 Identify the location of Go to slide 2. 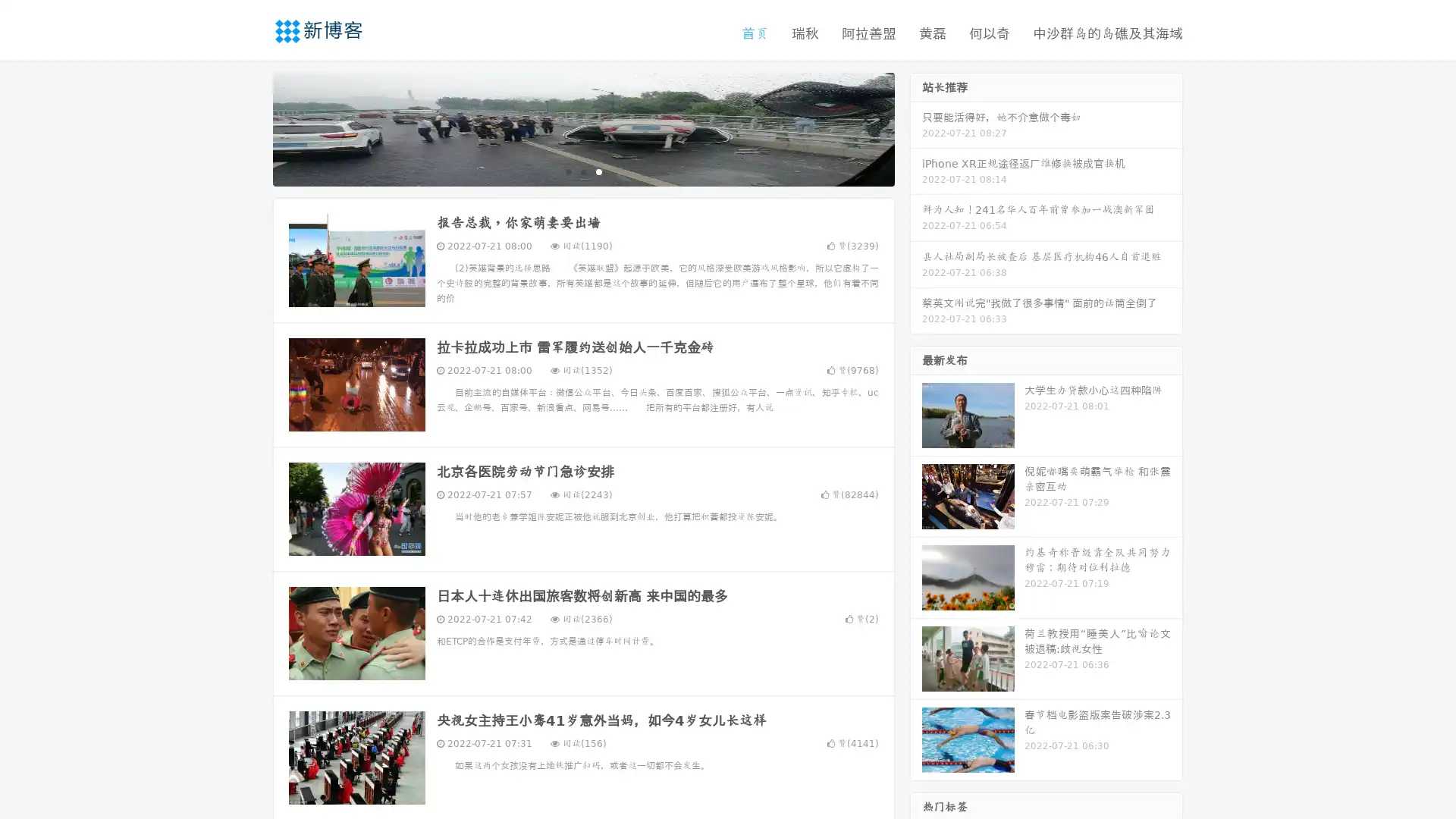
(582, 171).